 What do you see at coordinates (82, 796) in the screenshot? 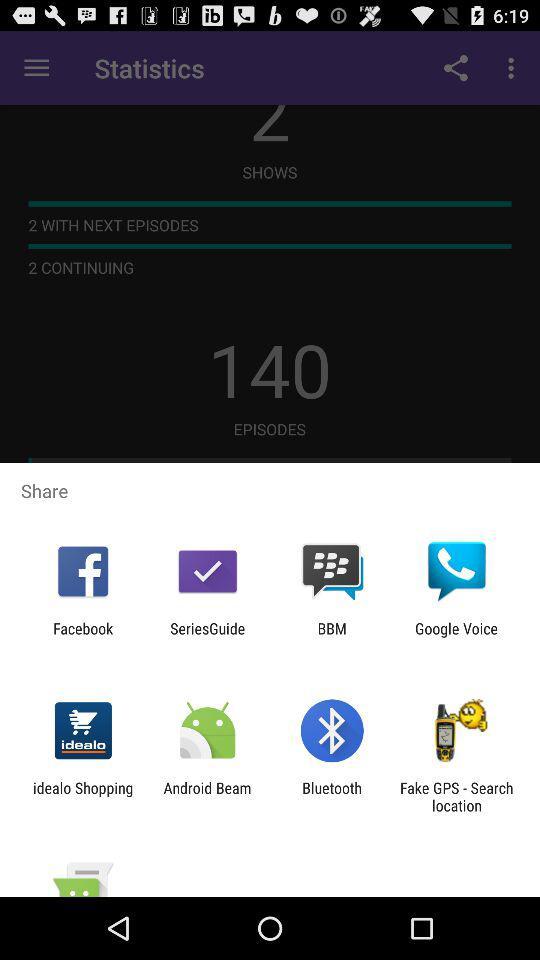
I see `the idealo shopping icon` at bounding box center [82, 796].